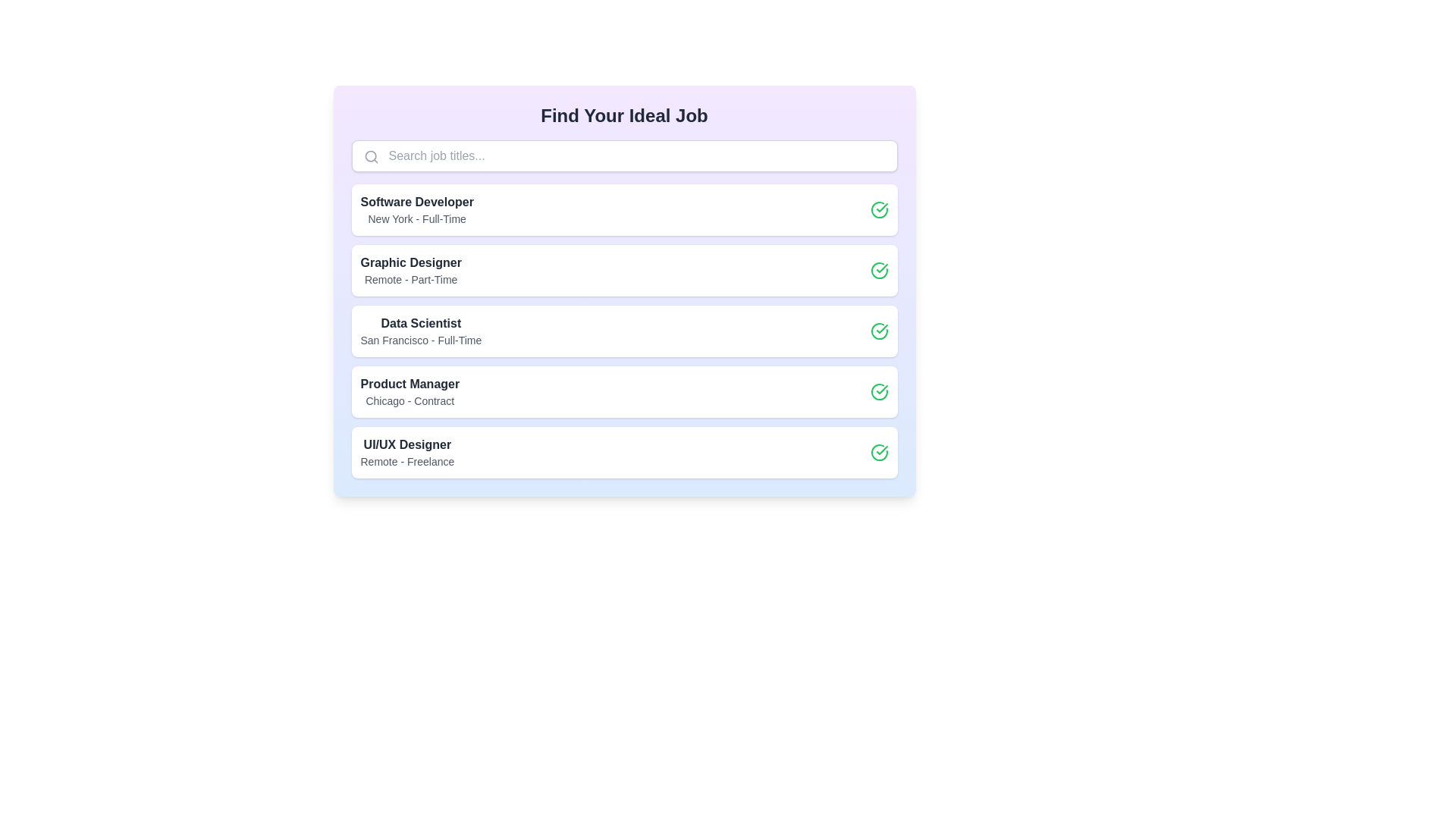 This screenshot has width=1456, height=819. Describe the element at coordinates (881, 207) in the screenshot. I see `the SVG graphical element that forms part of a checkmark within a circular structure, indicating approval for the job entry 'Graphic Designer, Remote - Part-Time'` at that location.